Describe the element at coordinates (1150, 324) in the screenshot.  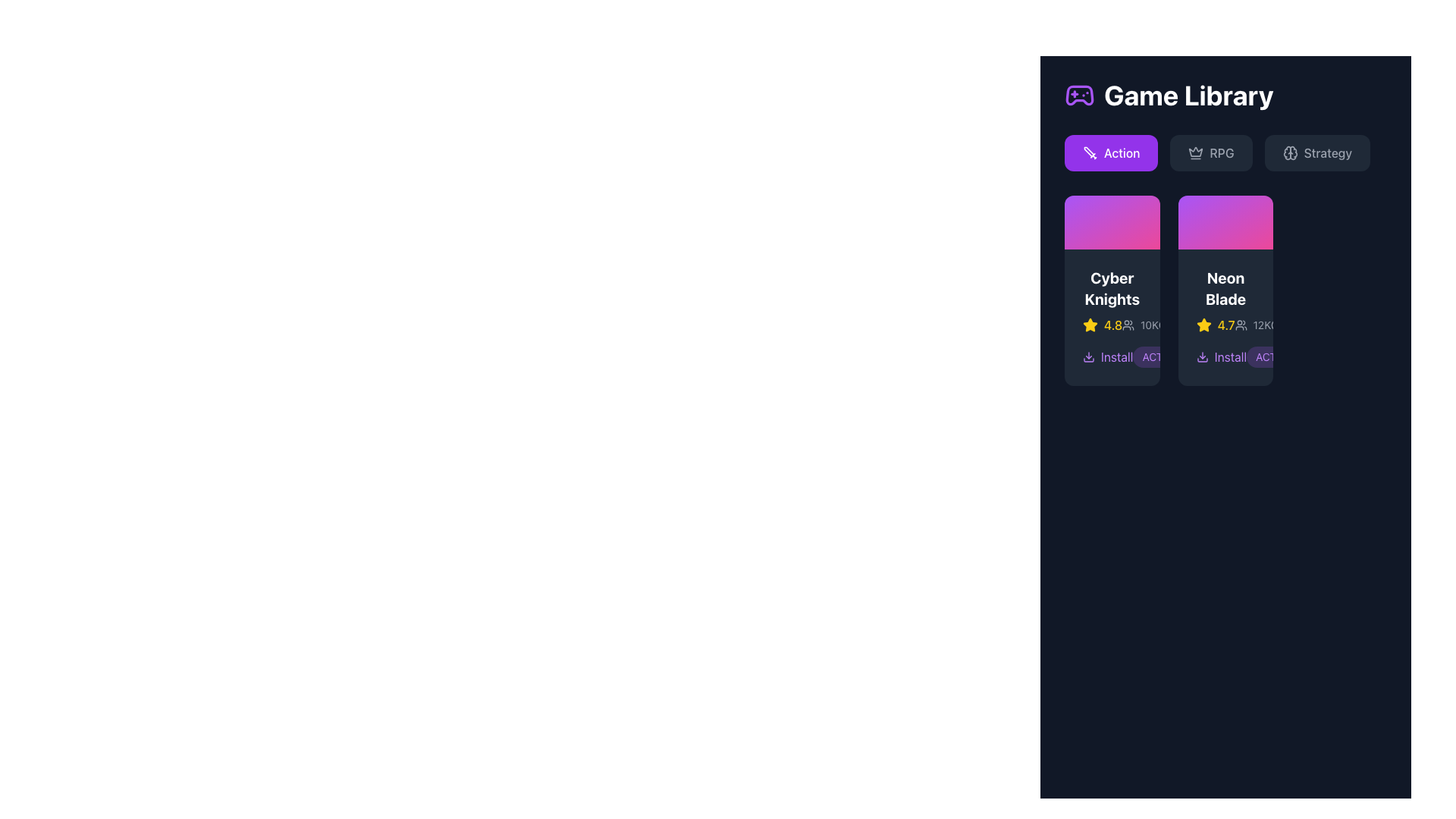
I see `text label displaying '10K', which is a smaller-sized grayish-white text located in the bottom portion of the card for the game 'Cyber Knights'` at that location.